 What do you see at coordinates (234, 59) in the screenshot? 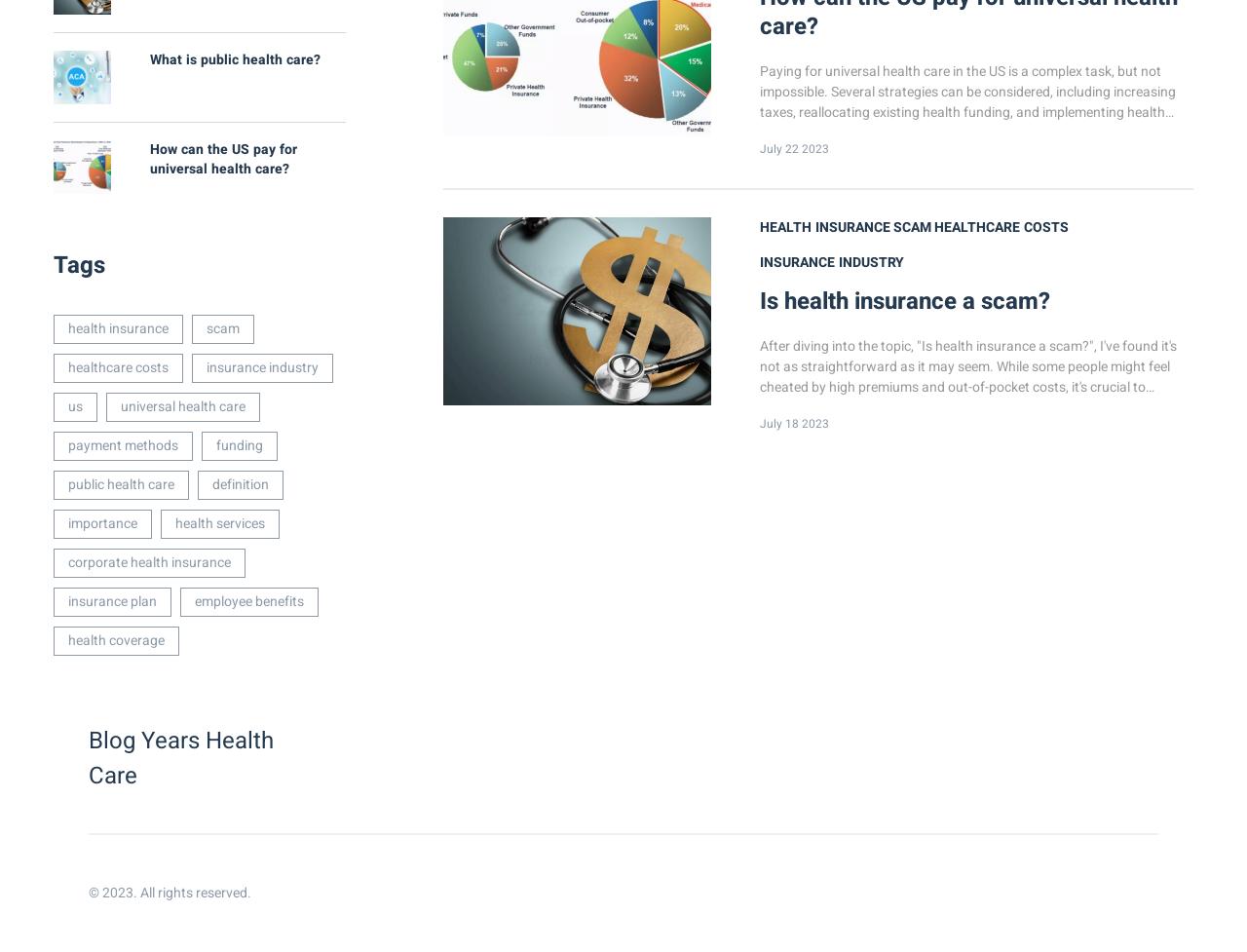
I see `'What is public health care?'` at bounding box center [234, 59].